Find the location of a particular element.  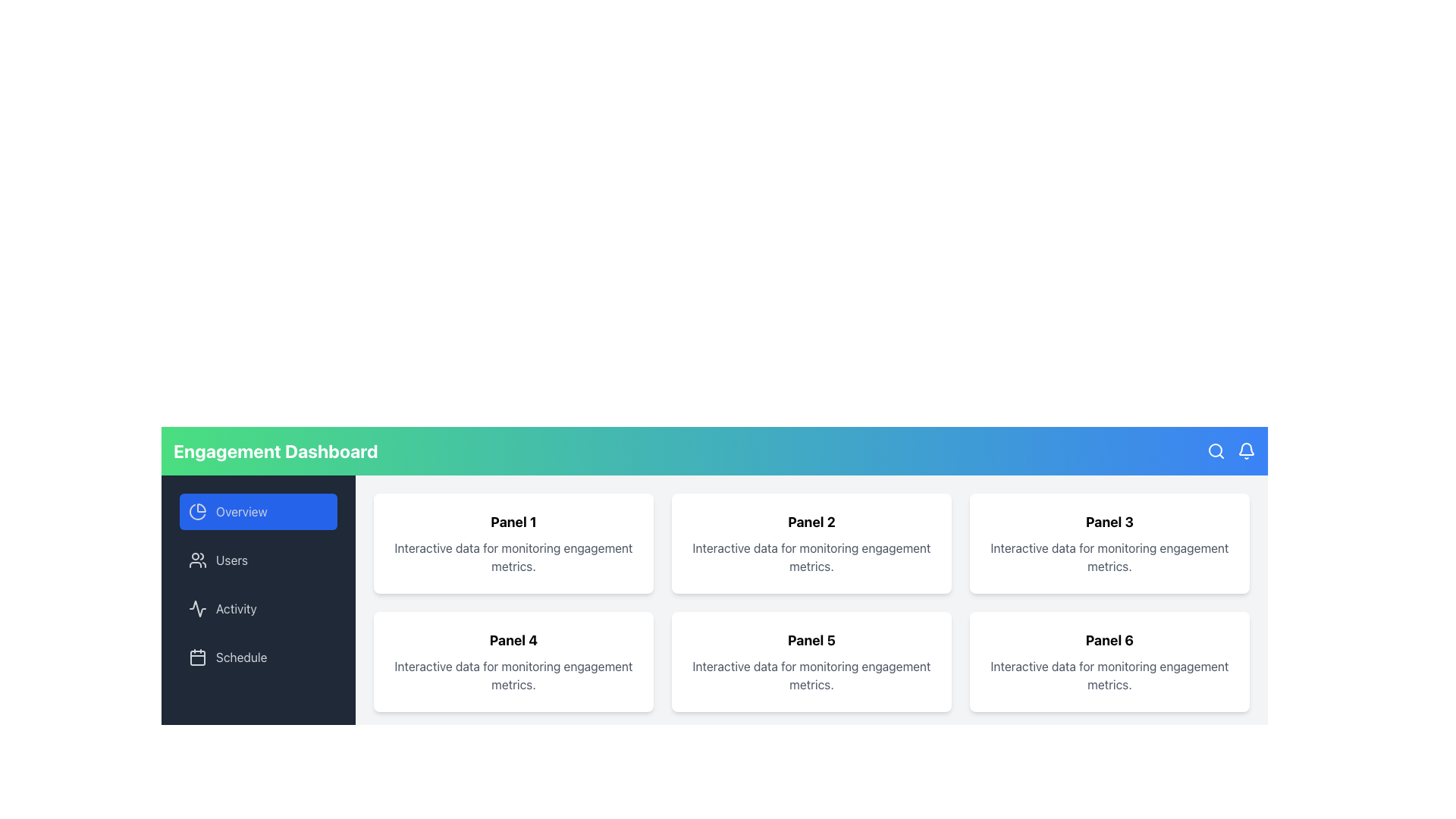

the second segment of the pie chart icon in the 'Overview' section of the left-hand navigation bar is located at coordinates (196, 512).